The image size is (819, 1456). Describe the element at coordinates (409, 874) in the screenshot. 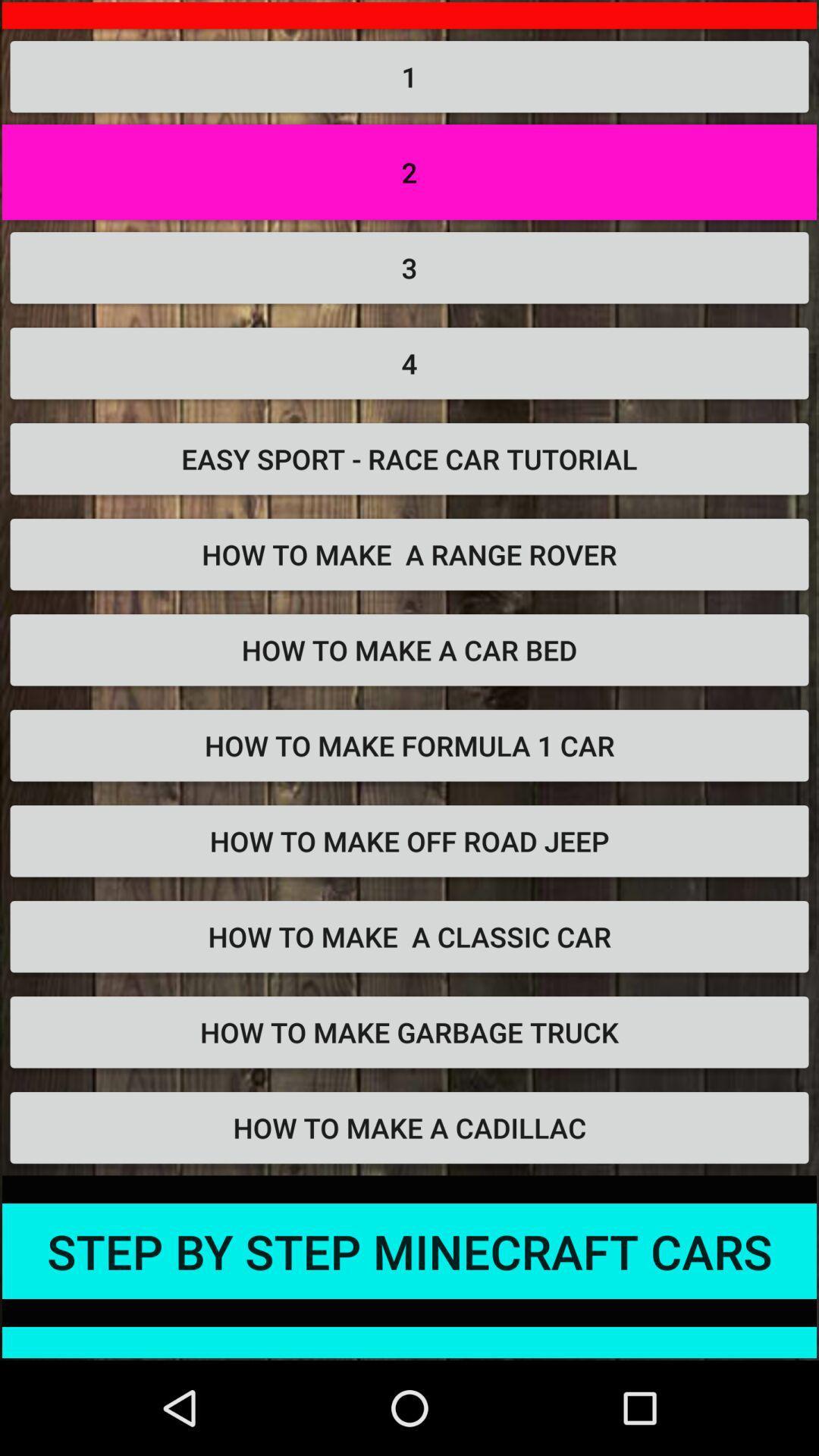

I see `how to make off road jeep` at that location.